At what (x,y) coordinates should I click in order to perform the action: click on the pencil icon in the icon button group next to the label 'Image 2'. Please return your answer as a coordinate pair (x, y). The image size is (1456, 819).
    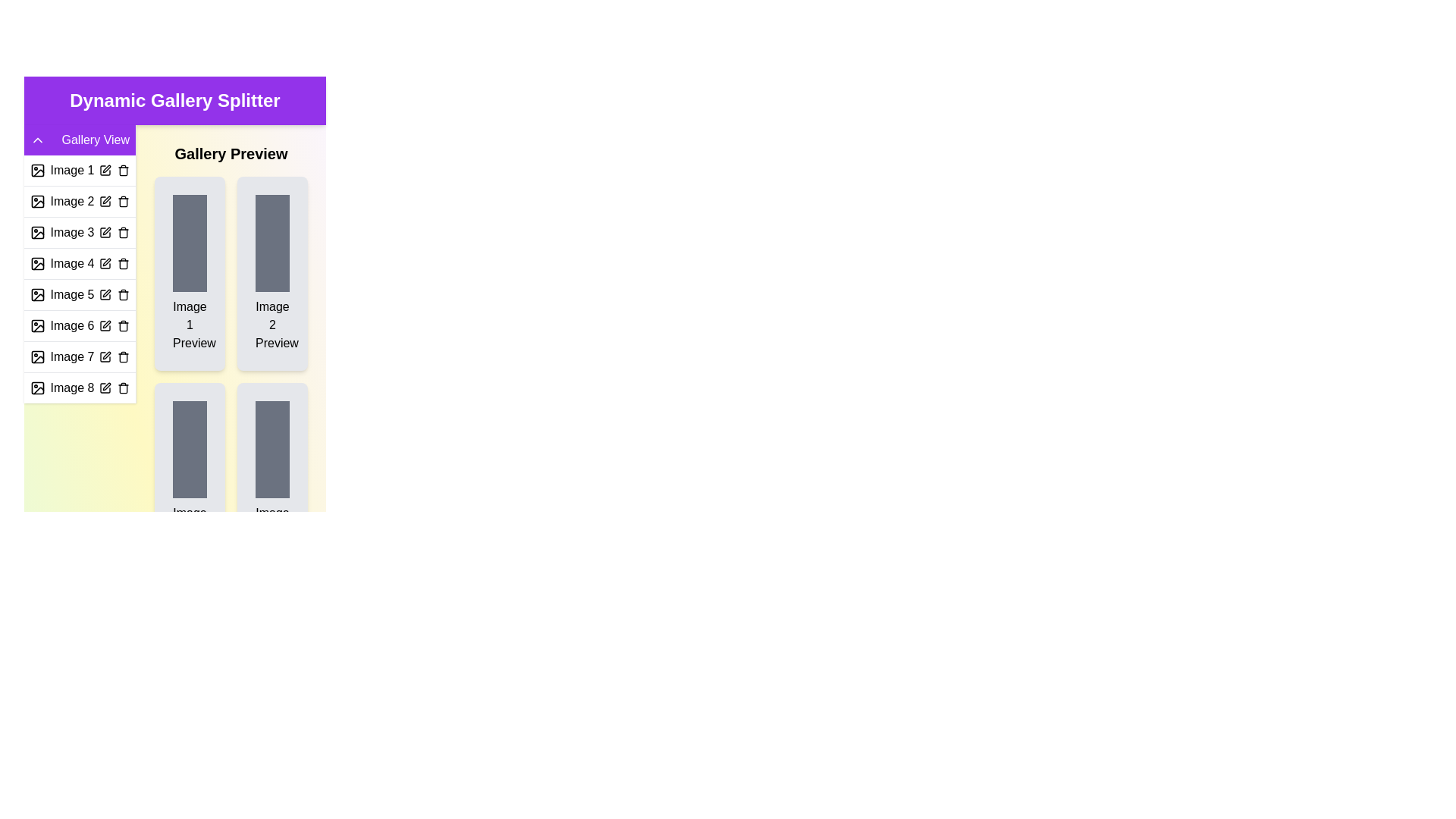
    Looking at the image, I should click on (113, 201).